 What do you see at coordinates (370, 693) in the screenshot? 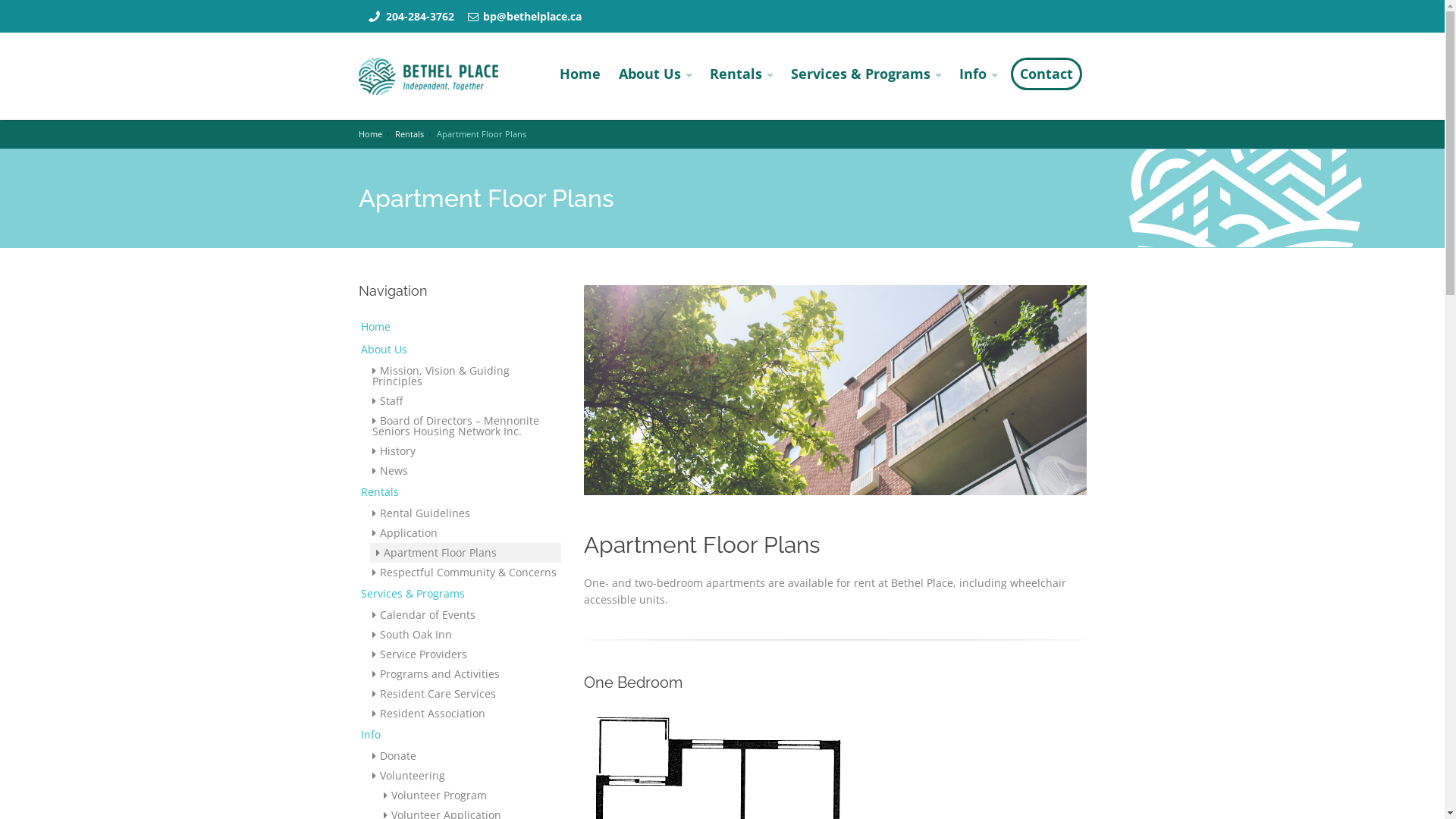
I see `'Resident Care Services'` at bounding box center [370, 693].